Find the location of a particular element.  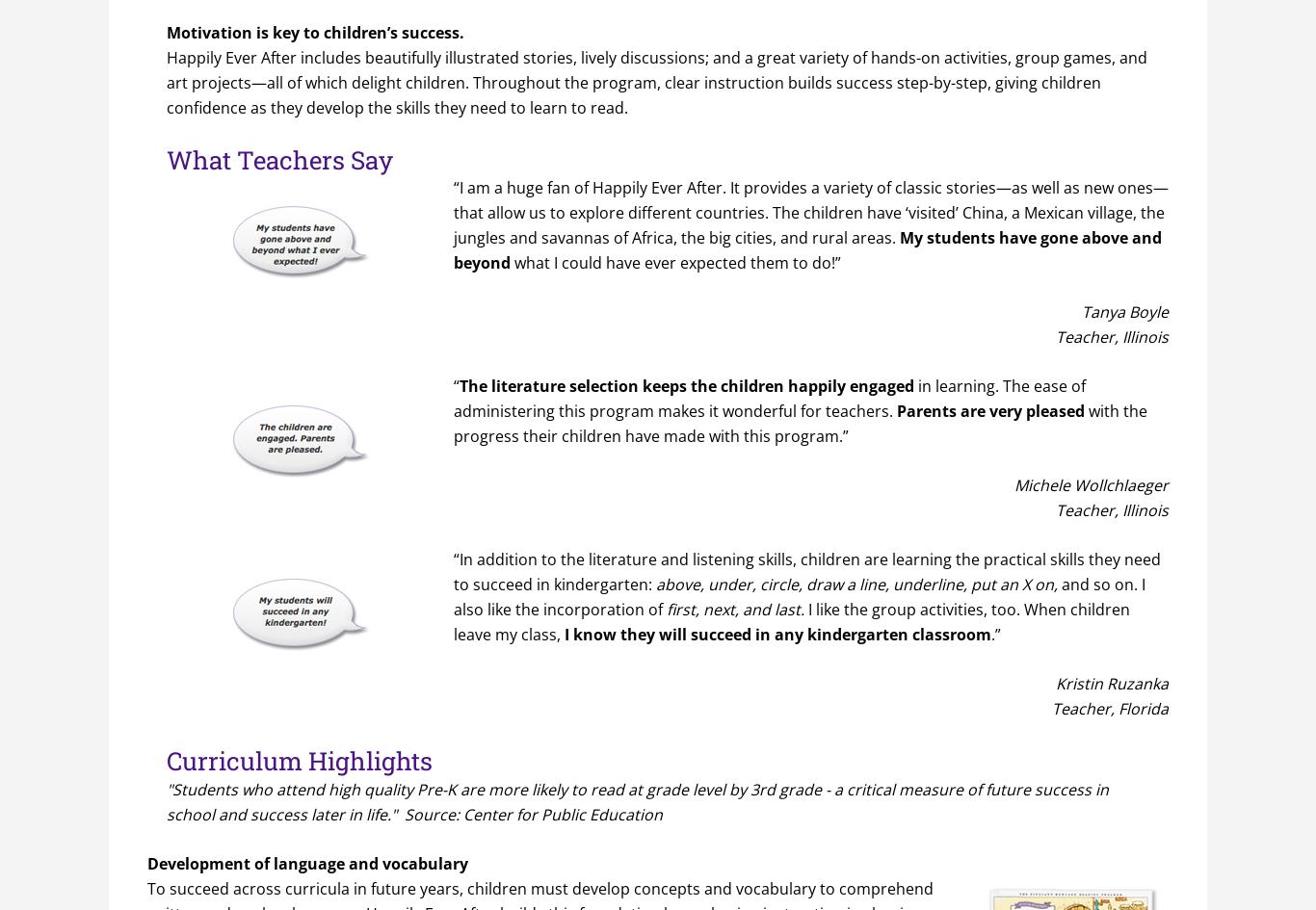

'.”' is located at coordinates (990, 634).